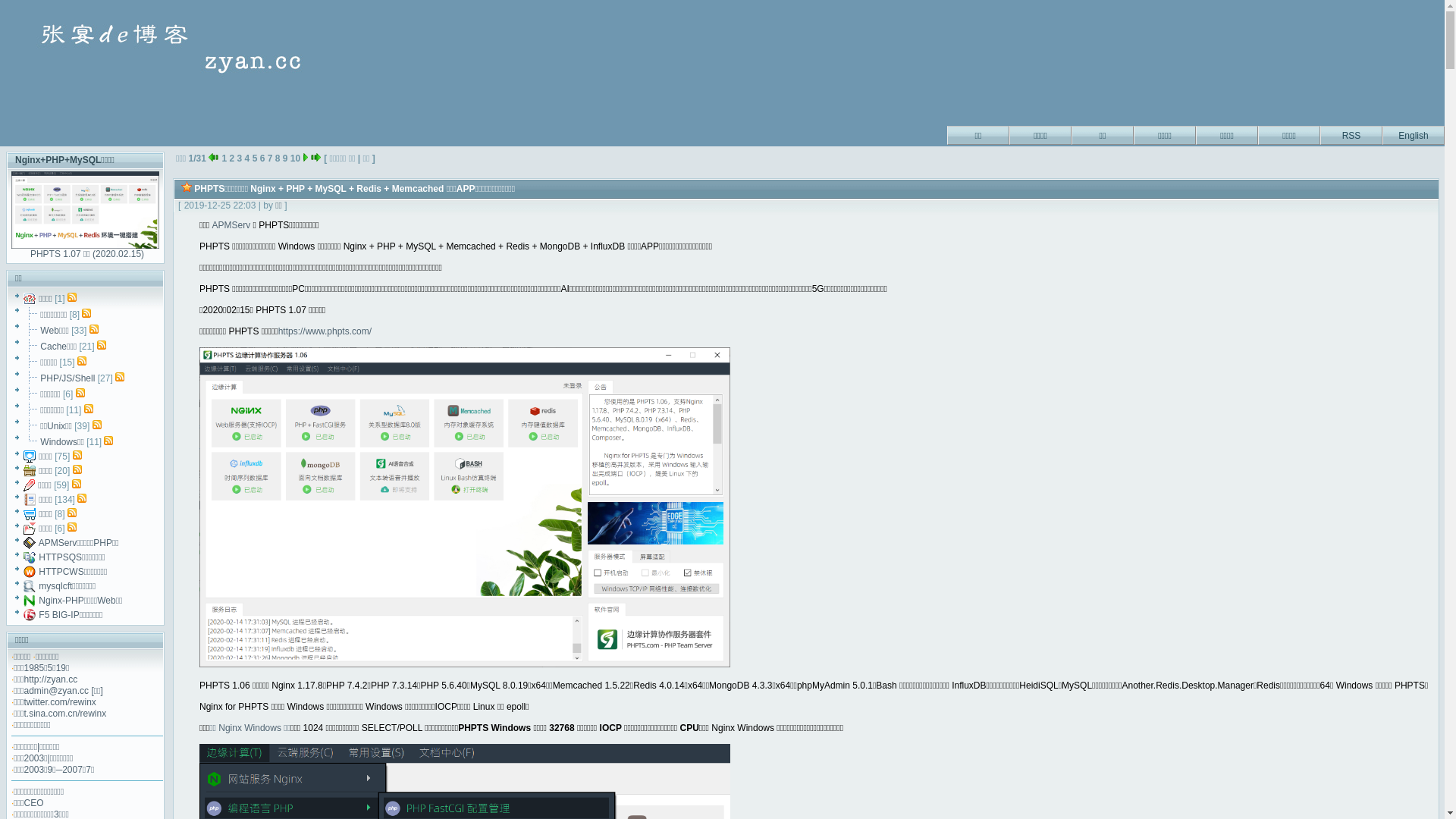 Image resolution: width=1456 pixels, height=819 pixels. Describe the element at coordinates (259, 158) in the screenshot. I see `'6'` at that location.